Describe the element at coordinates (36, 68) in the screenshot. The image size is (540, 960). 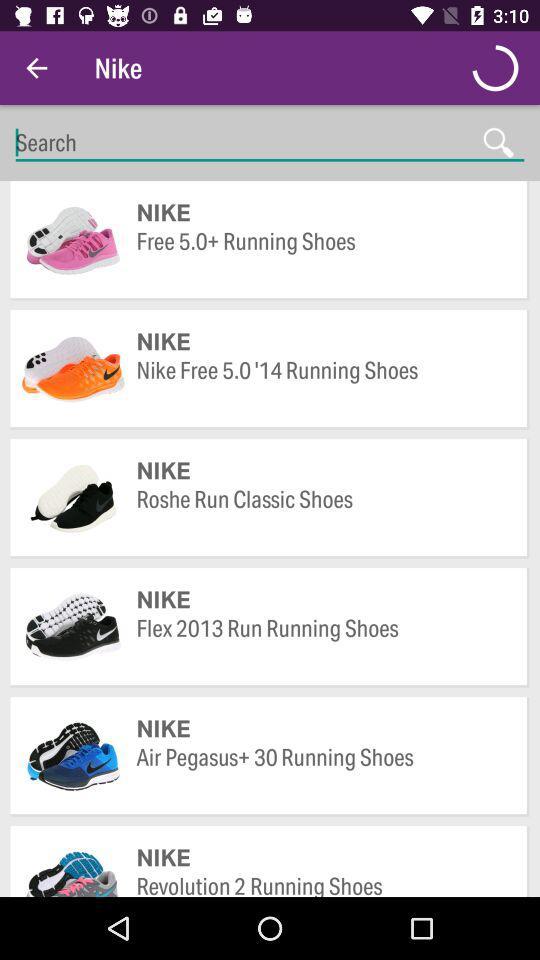
I see `the item next to nike item` at that location.